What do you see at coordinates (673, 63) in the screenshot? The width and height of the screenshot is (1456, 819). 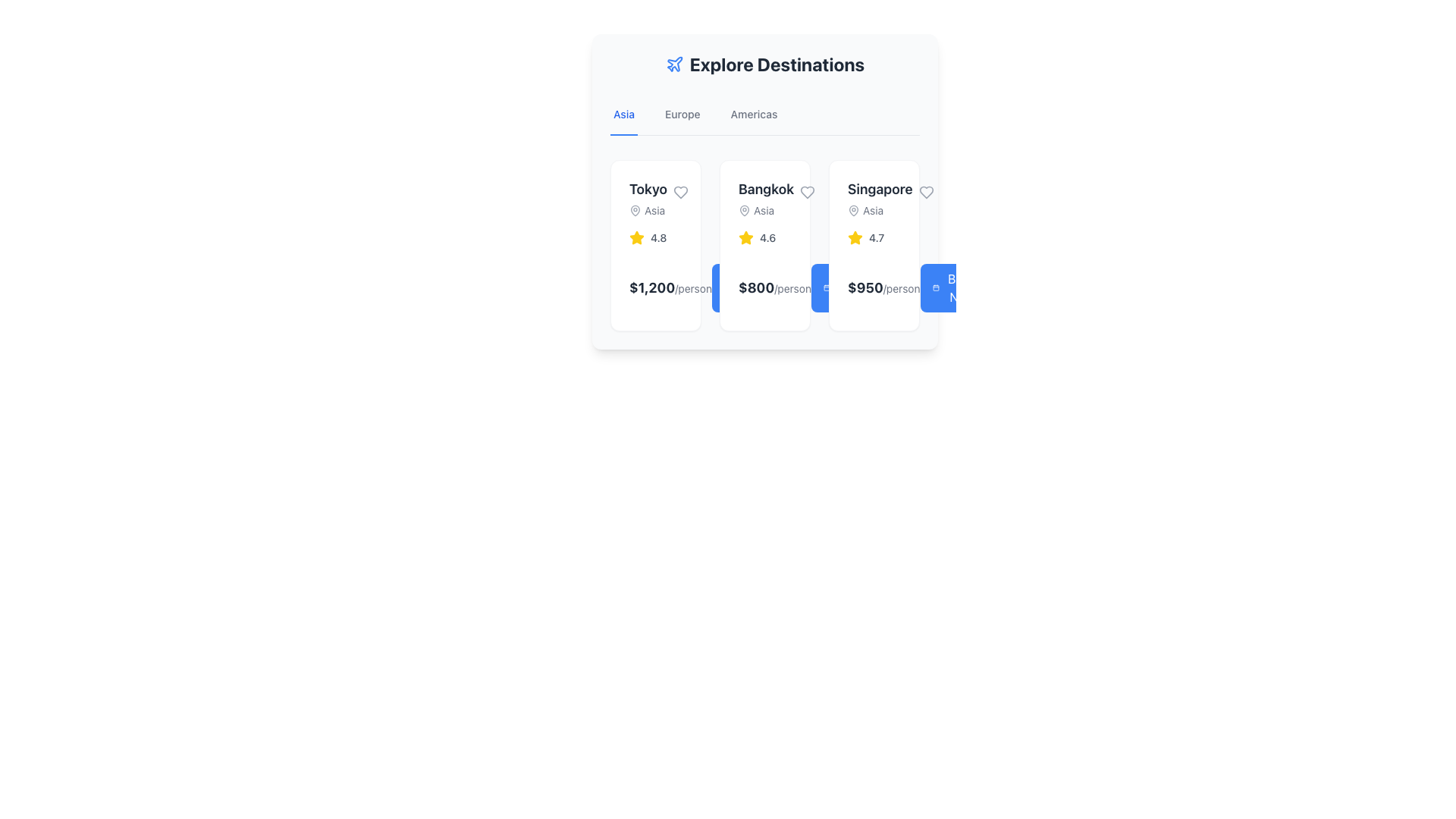 I see `the airplane icon with a blue outline located to the left of the 'Explore Destinations' title` at bounding box center [673, 63].